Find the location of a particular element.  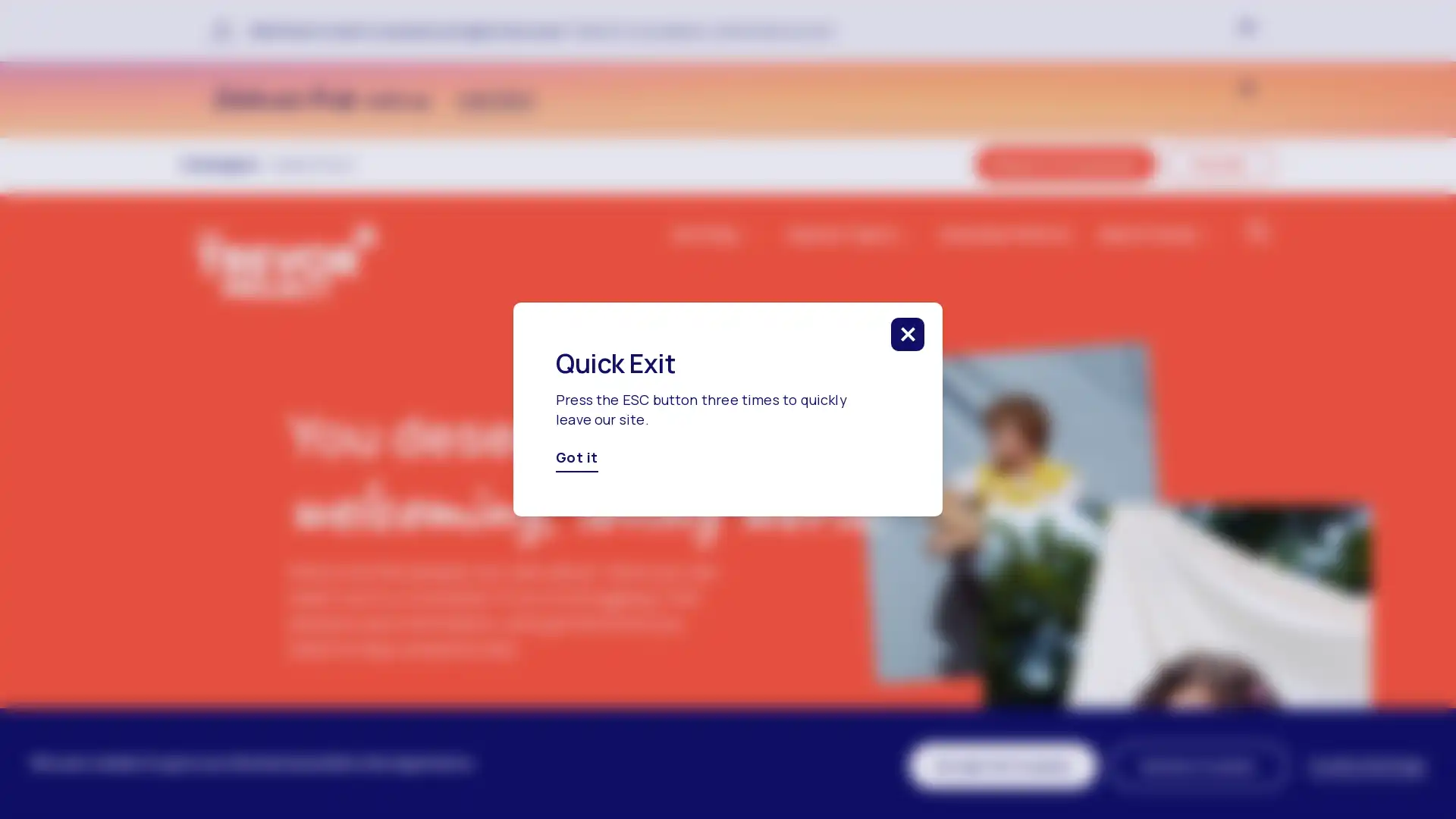

Accept All Cookies is located at coordinates (1002, 766).